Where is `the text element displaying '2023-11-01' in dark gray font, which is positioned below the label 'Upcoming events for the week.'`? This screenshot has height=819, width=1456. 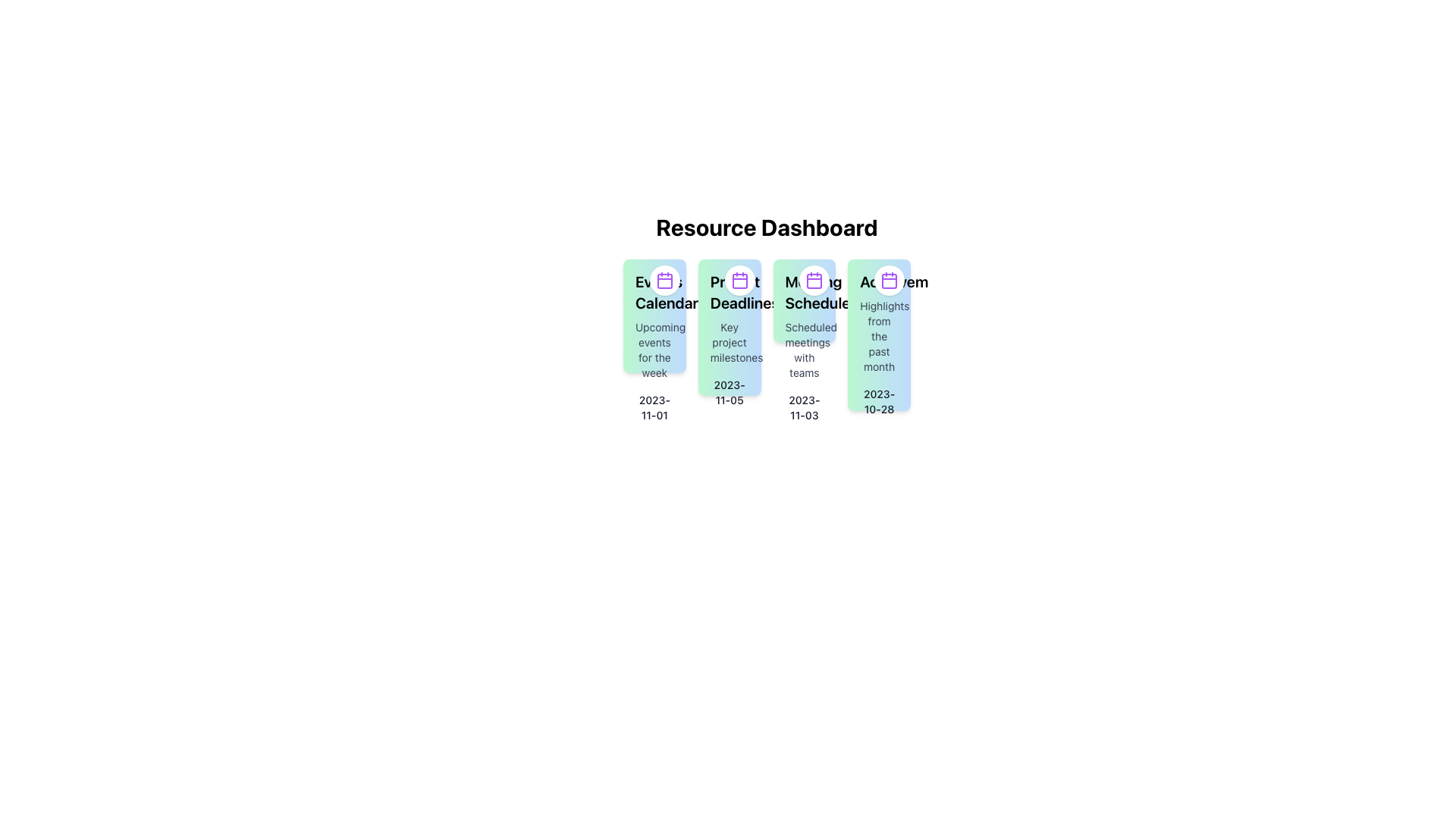 the text element displaying '2023-11-01' in dark gray font, which is positioned below the label 'Upcoming events for the week.' is located at coordinates (654, 406).